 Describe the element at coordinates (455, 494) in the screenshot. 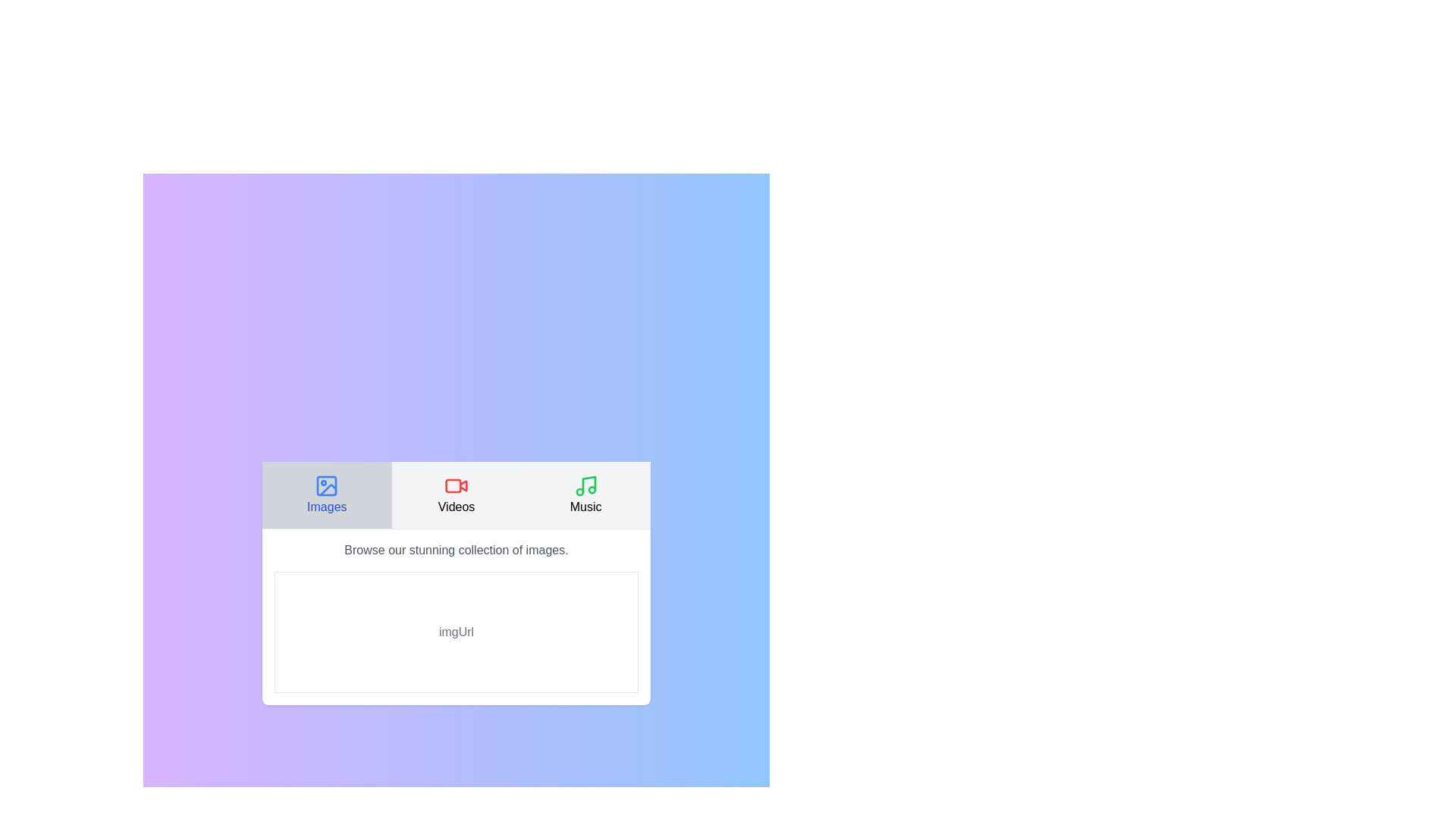

I see `the Videos tab to switch to its content` at that location.